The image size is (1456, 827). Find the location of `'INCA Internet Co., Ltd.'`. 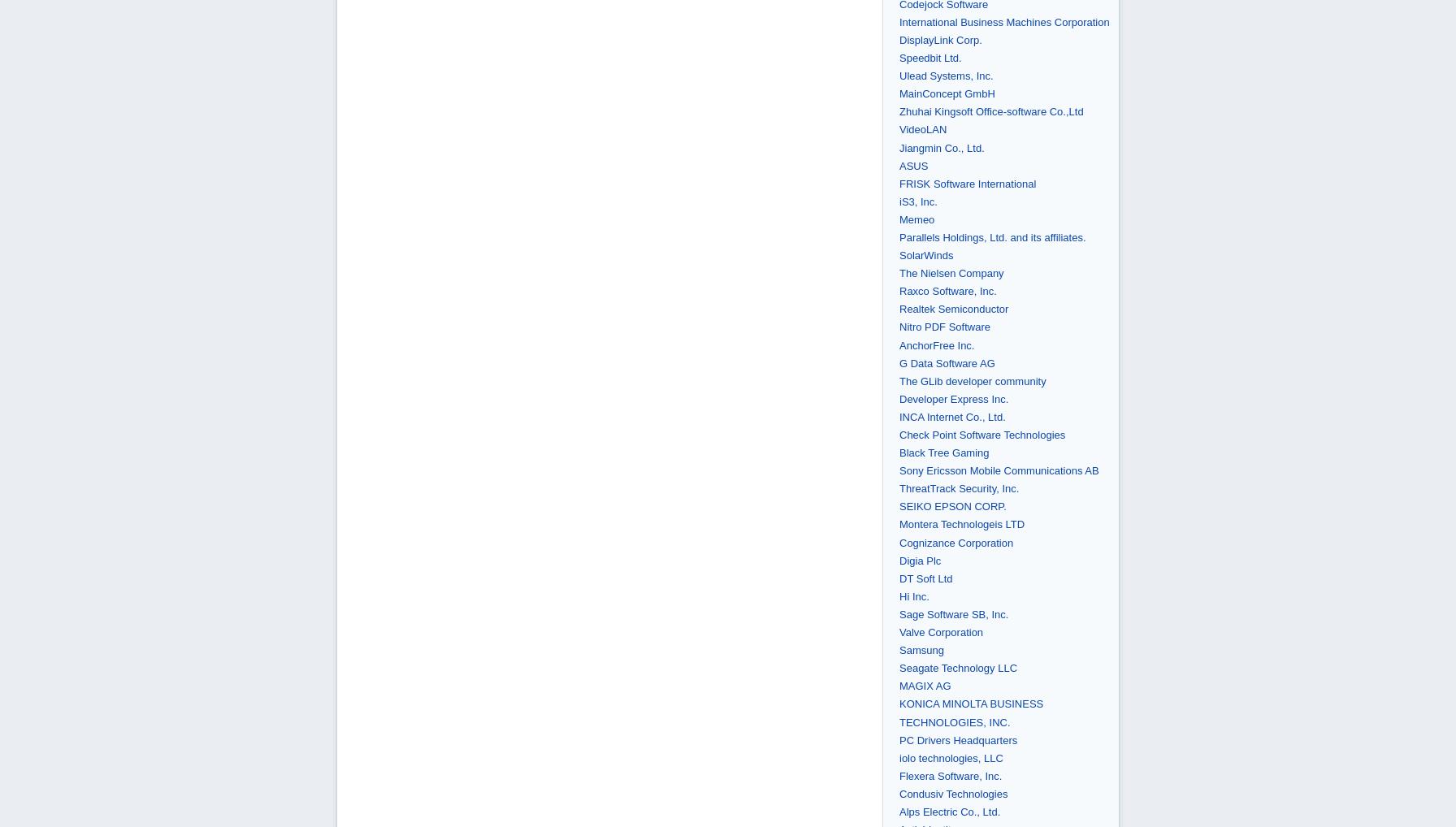

'INCA Internet Co., Ltd.' is located at coordinates (951, 415).